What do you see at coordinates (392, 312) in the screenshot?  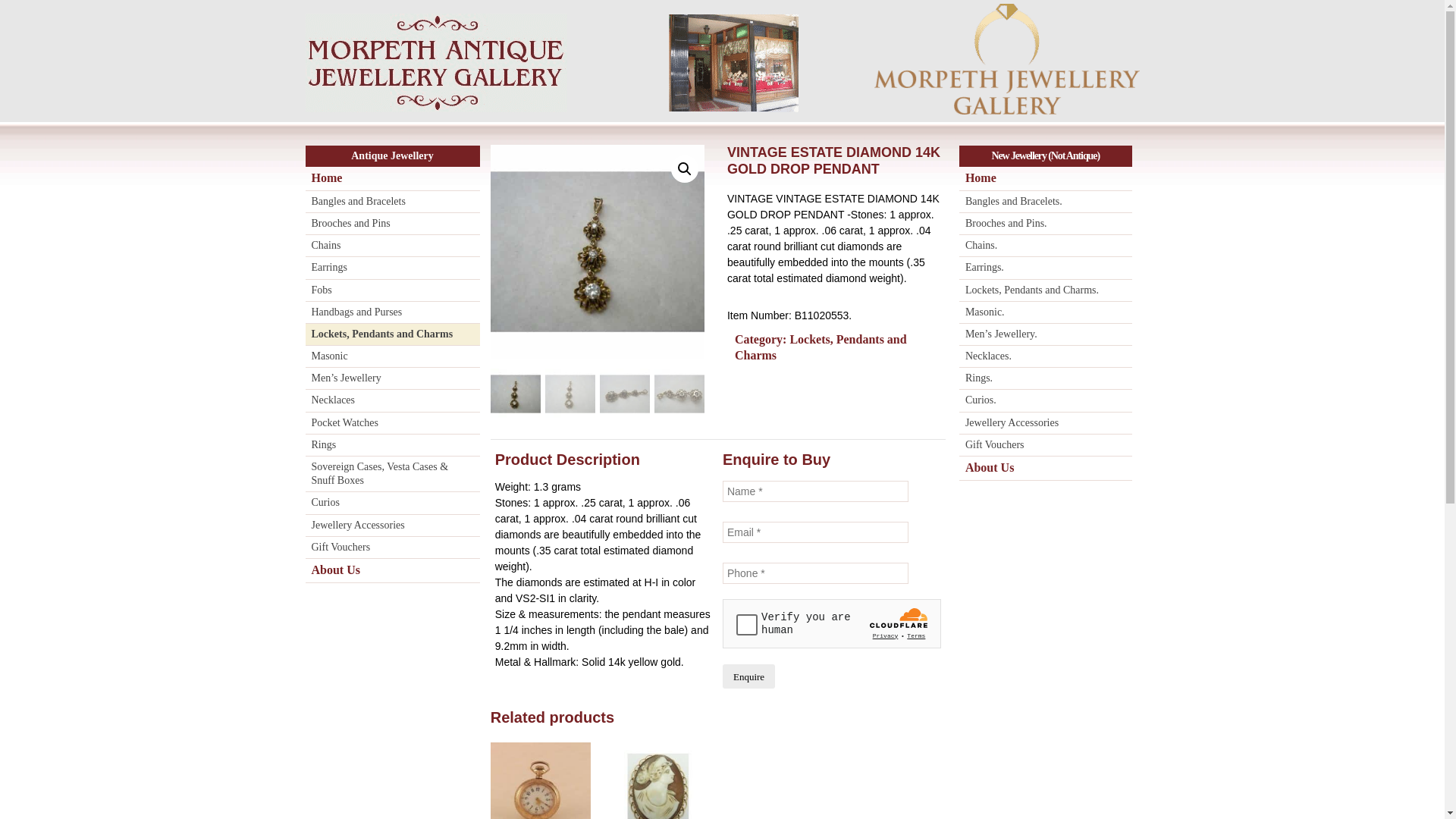 I see `'Handbags and Purses'` at bounding box center [392, 312].